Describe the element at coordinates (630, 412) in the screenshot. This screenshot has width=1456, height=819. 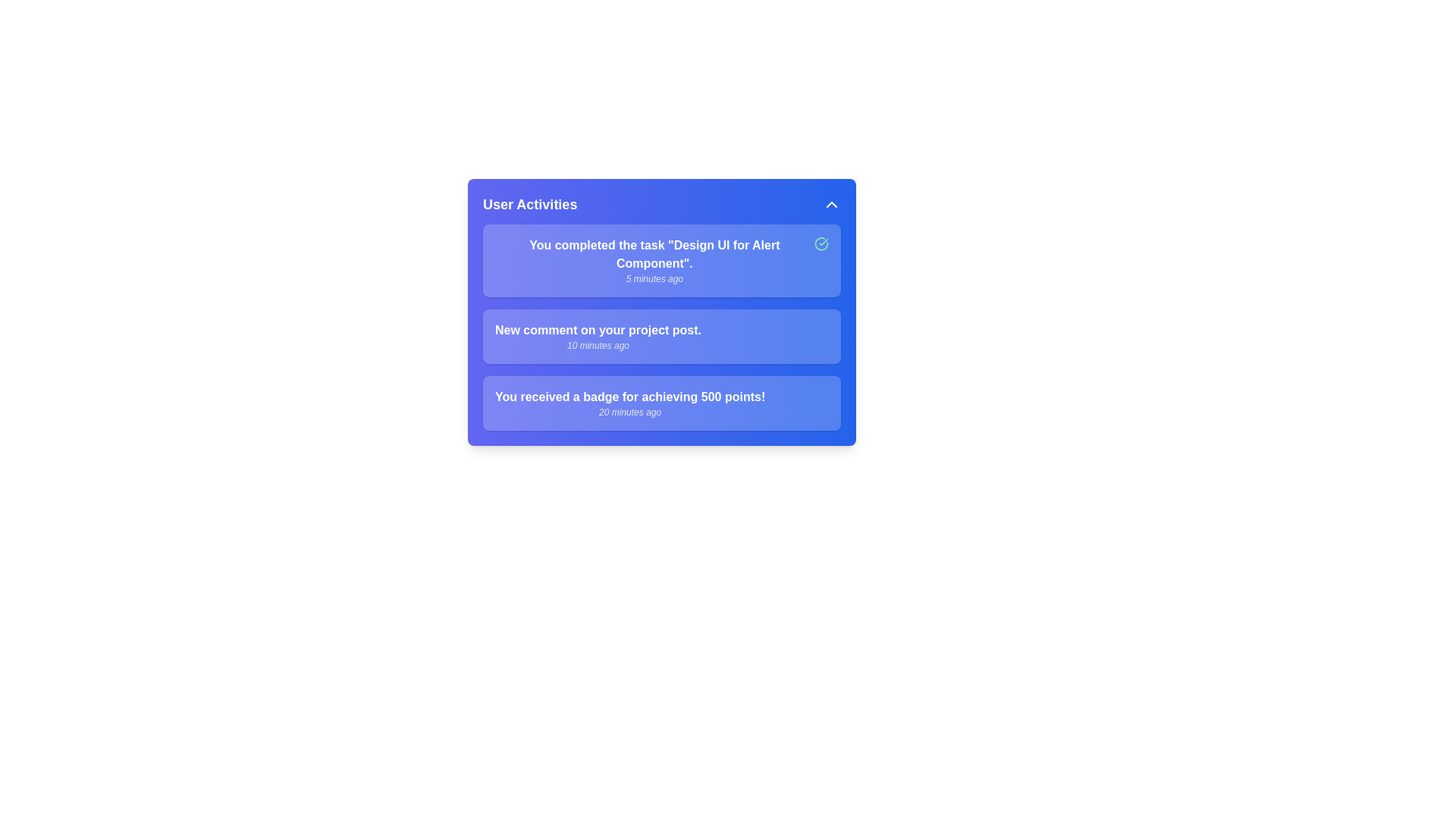
I see `the timestamp text label displaying '20 minutes ago'` at that location.